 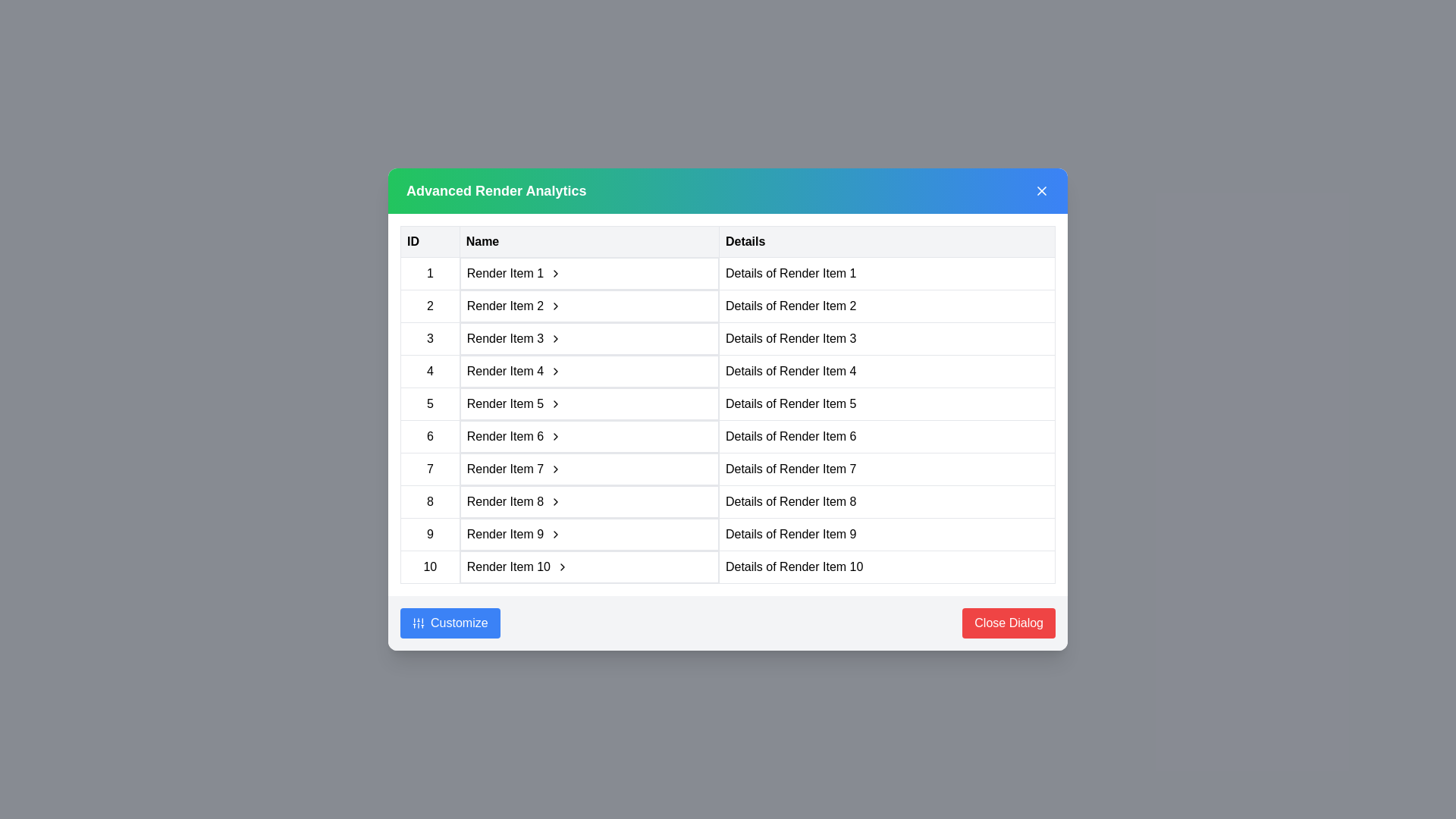 I want to click on the 'Customize' button to open the customization settings, so click(x=449, y=623).